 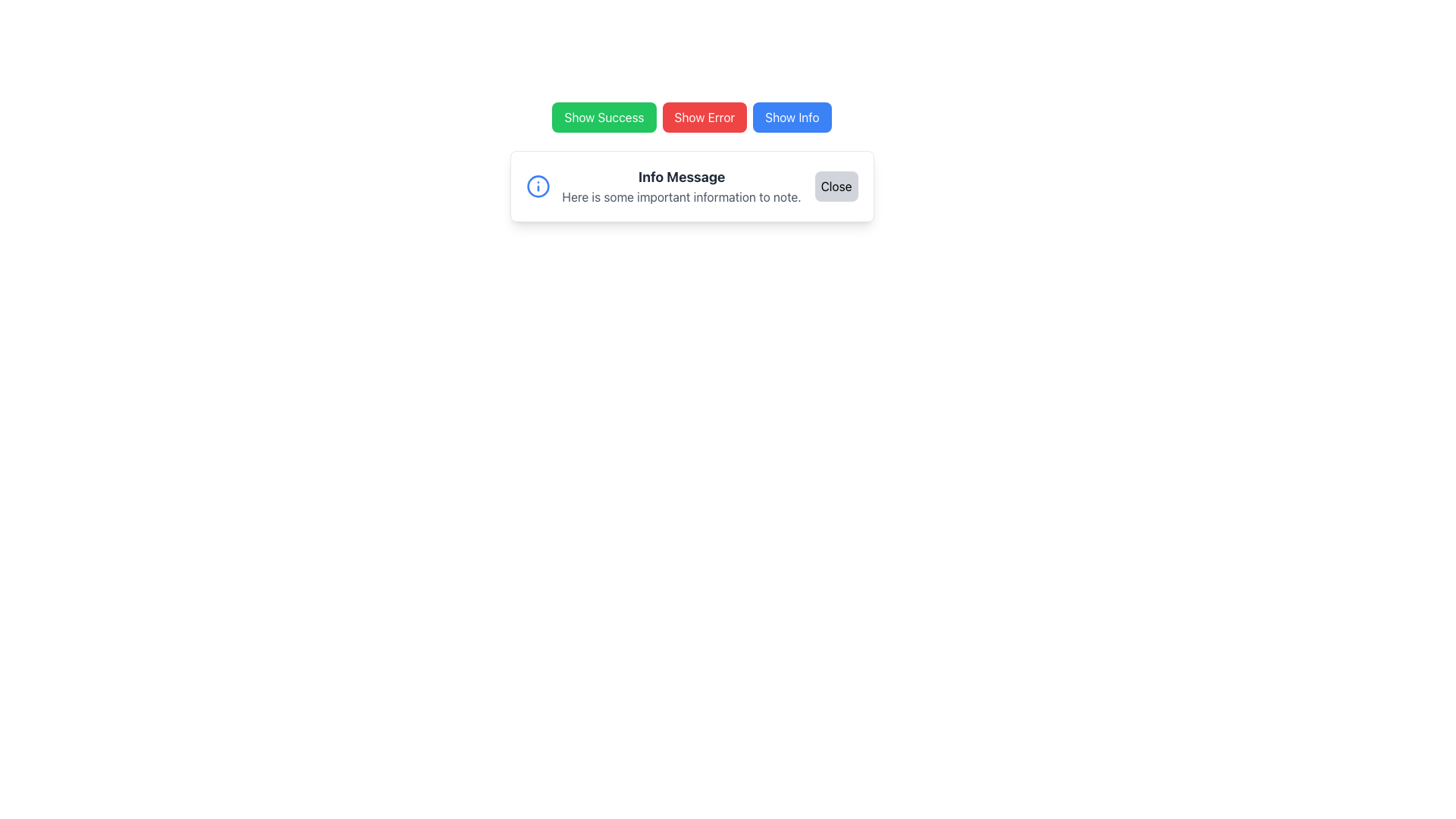 What do you see at coordinates (791, 116) in the screenshot?
I see `the third button in the horizontally aligned set of three buttons` at bounding box center [791, 116].